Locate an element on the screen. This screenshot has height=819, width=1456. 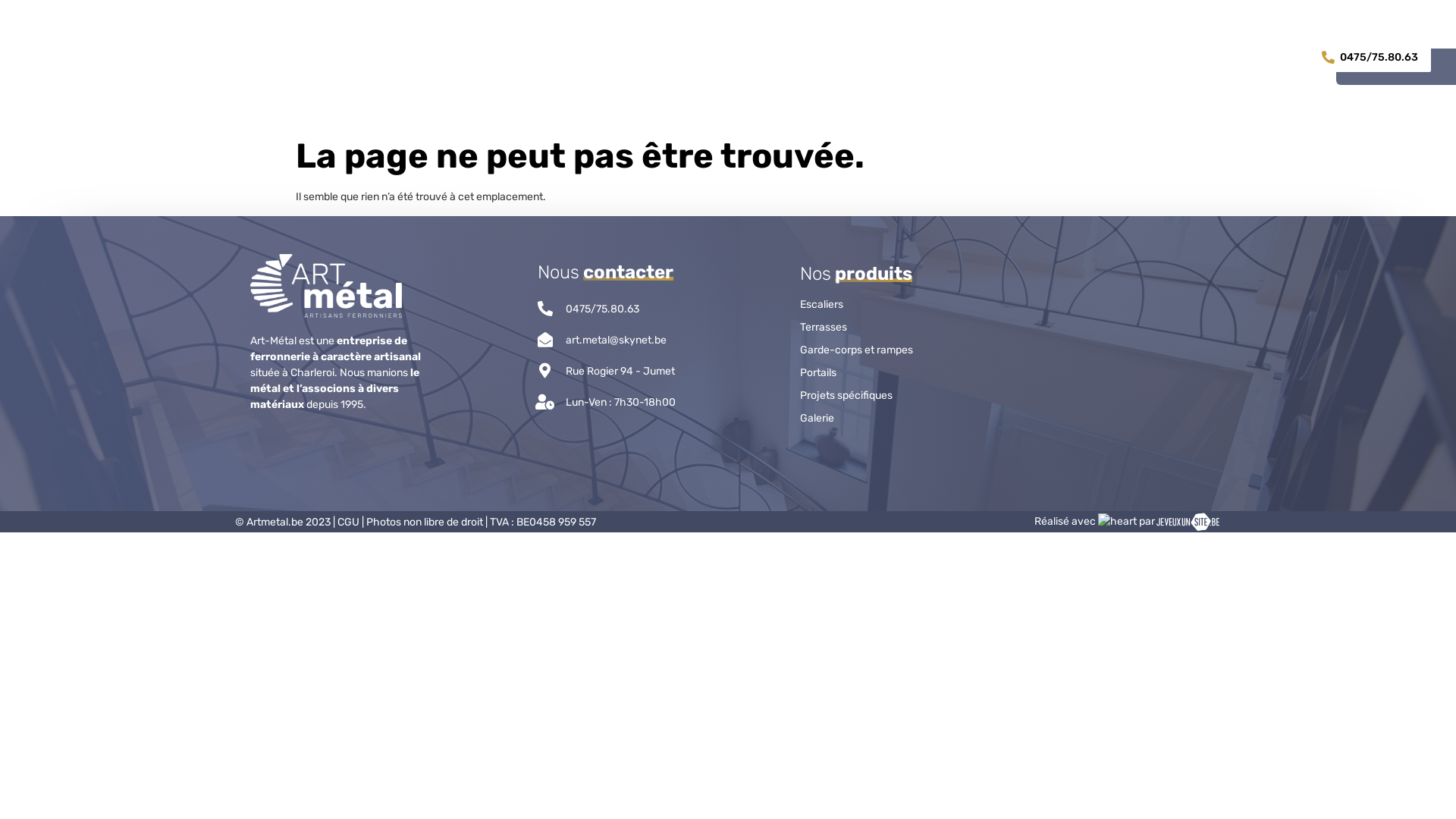
'0475/75.80.63' is located at coordinates (1369, 56).